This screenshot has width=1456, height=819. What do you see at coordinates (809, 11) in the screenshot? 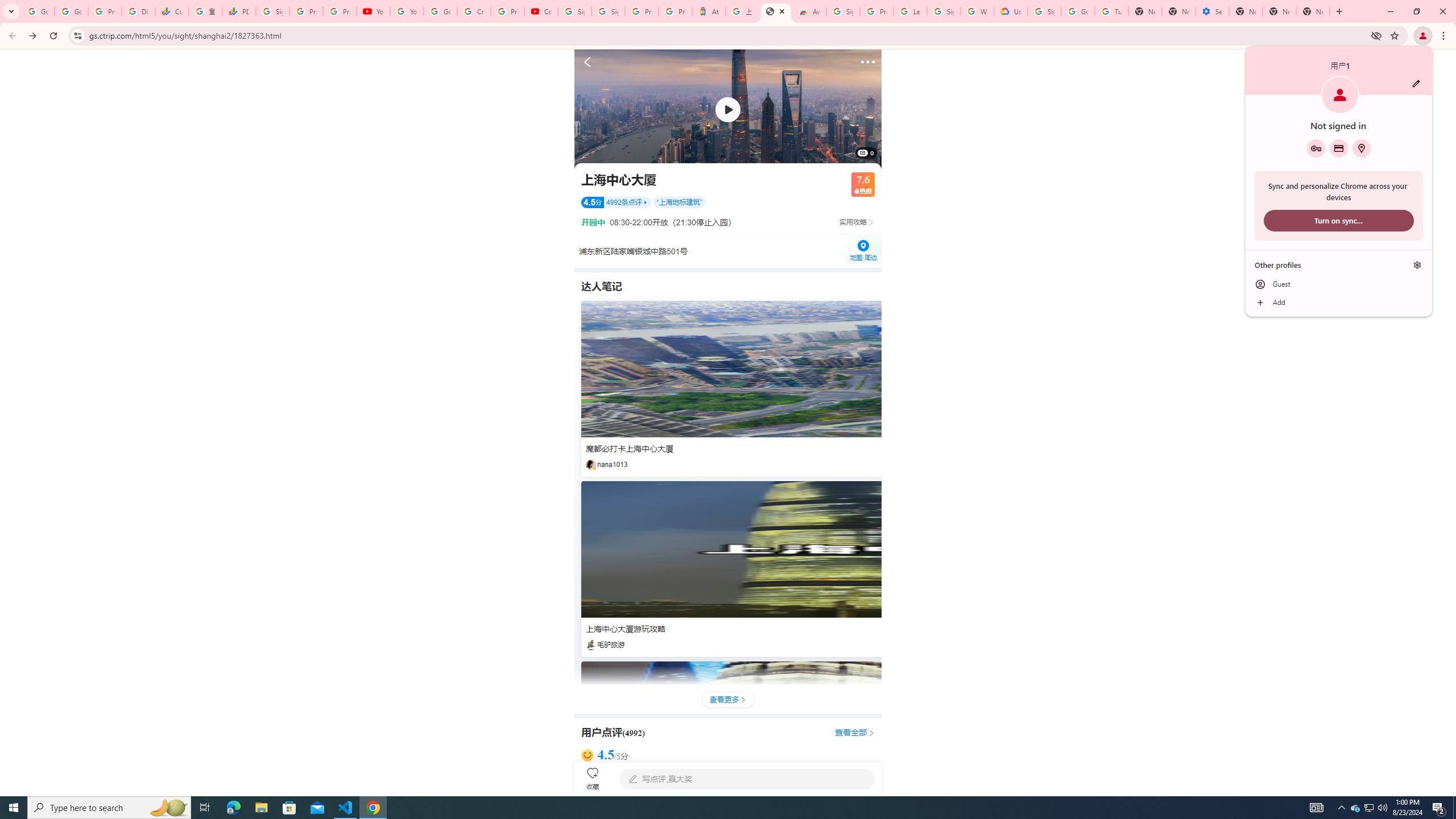
I see `'Awesome Screen Recorder & Screenshot - Chrome Web Store'` at bounding box center [809, 11].